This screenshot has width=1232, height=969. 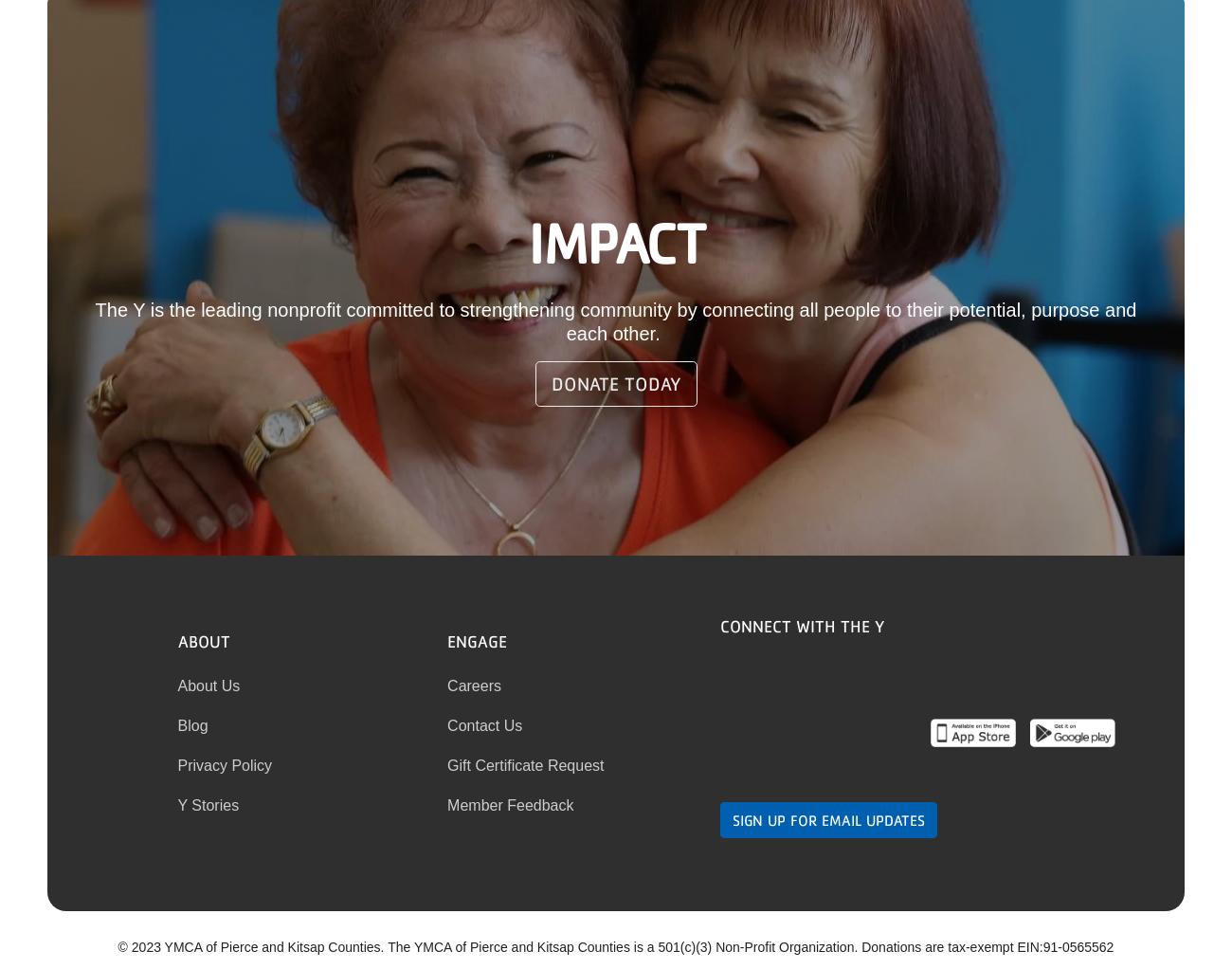 What do you see at coordinates (827, 818) in the screenshot?
I see `'Sign up for email updates'` at bounding box center [827, 818].